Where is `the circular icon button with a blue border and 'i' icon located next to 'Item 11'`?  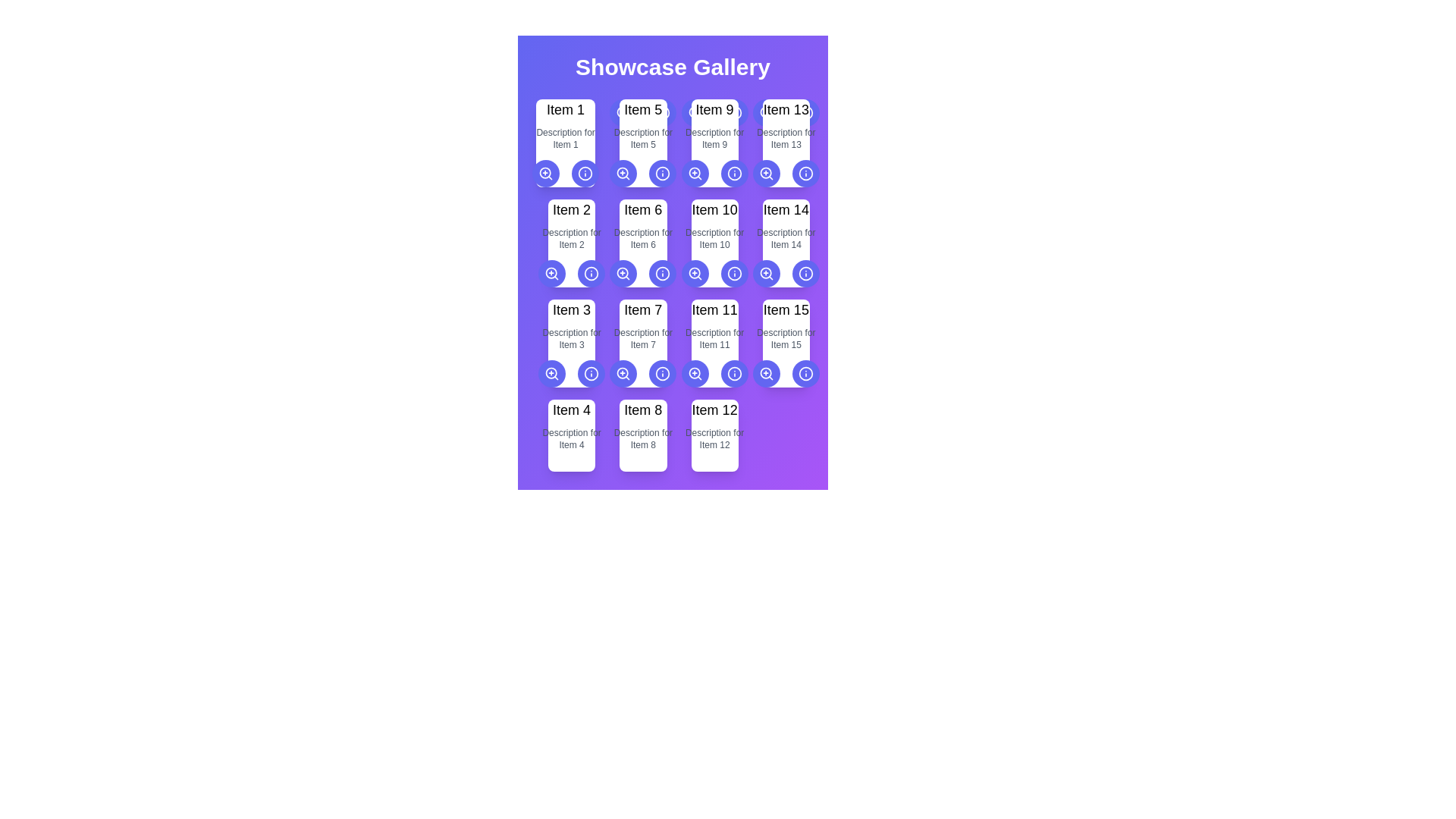 the circular icon button with a blue border and 'i' icon located next to 'Item 11' is located at coordinates (734, 274).